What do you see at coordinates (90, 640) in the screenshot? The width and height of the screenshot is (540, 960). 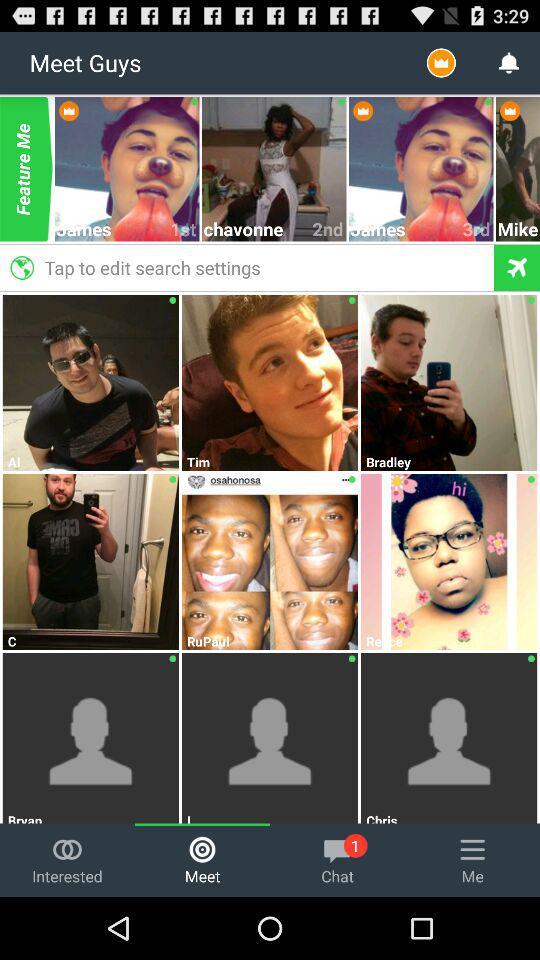 I see `c` at bounding box center [90, 640].